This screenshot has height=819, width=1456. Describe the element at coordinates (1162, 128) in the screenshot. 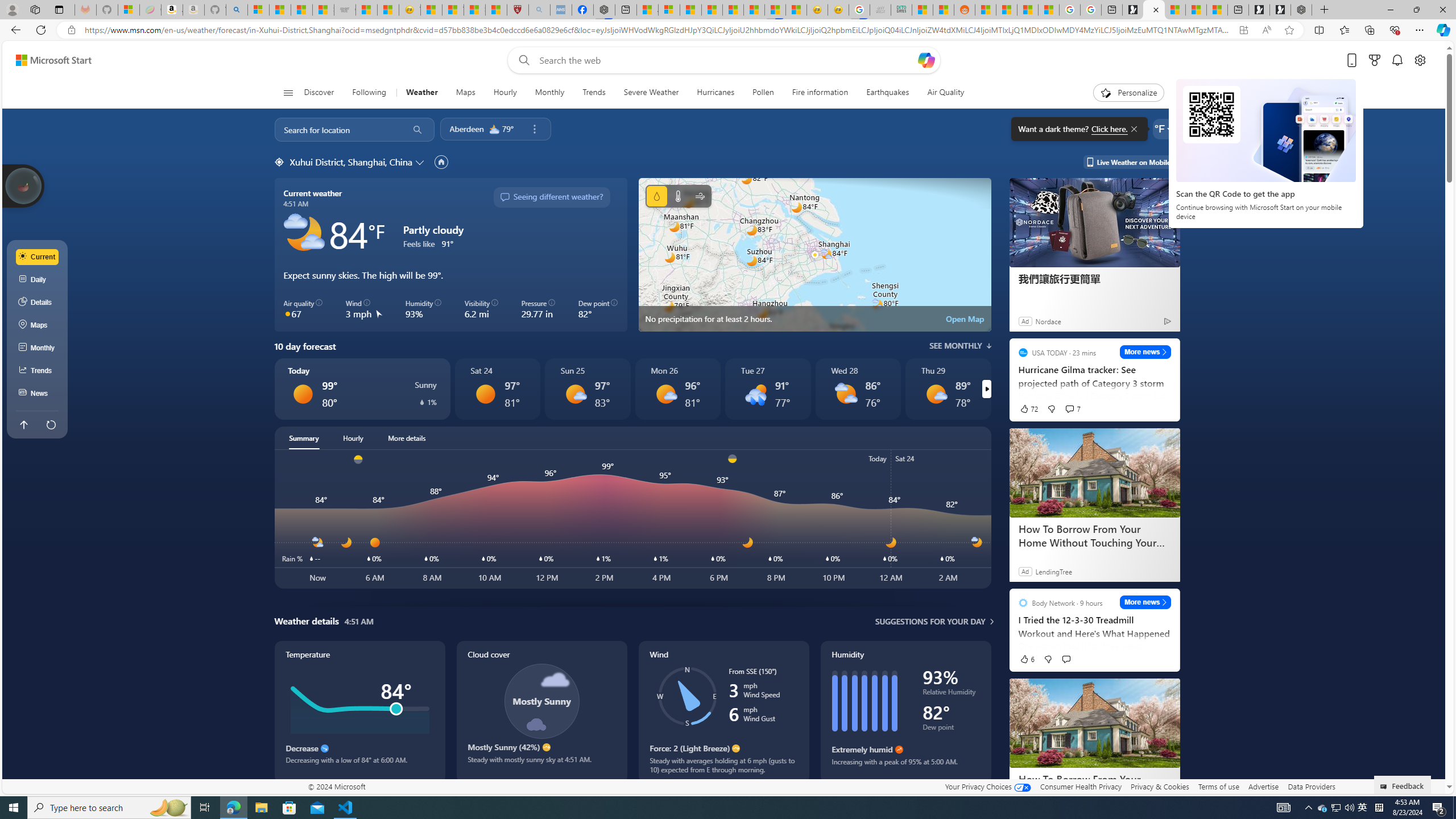

I see `'Weather settings Want a dark theme?Click here.'` at that location.